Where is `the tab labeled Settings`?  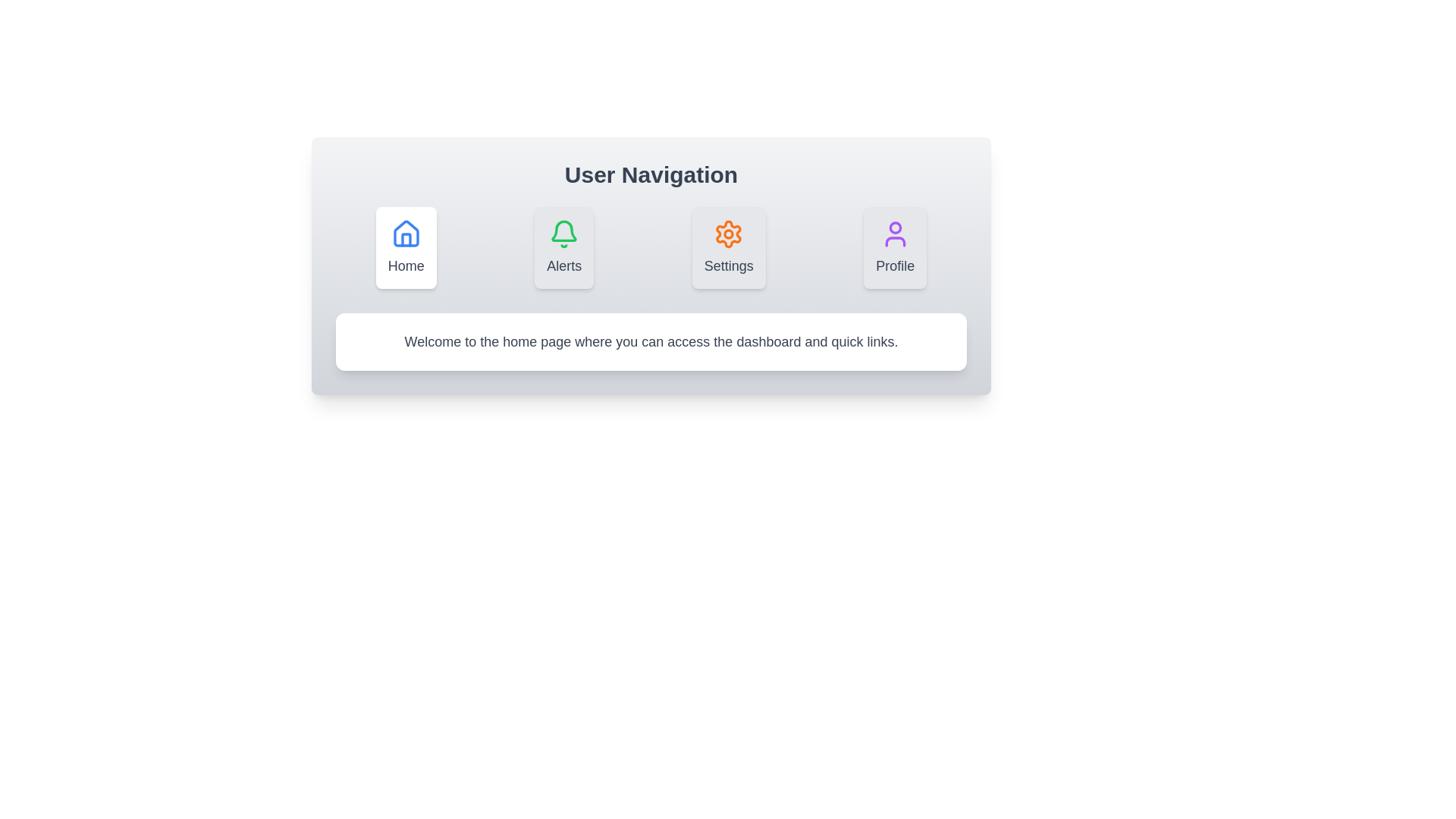 the tab labeled Settings is located at coordinates (729, 247).